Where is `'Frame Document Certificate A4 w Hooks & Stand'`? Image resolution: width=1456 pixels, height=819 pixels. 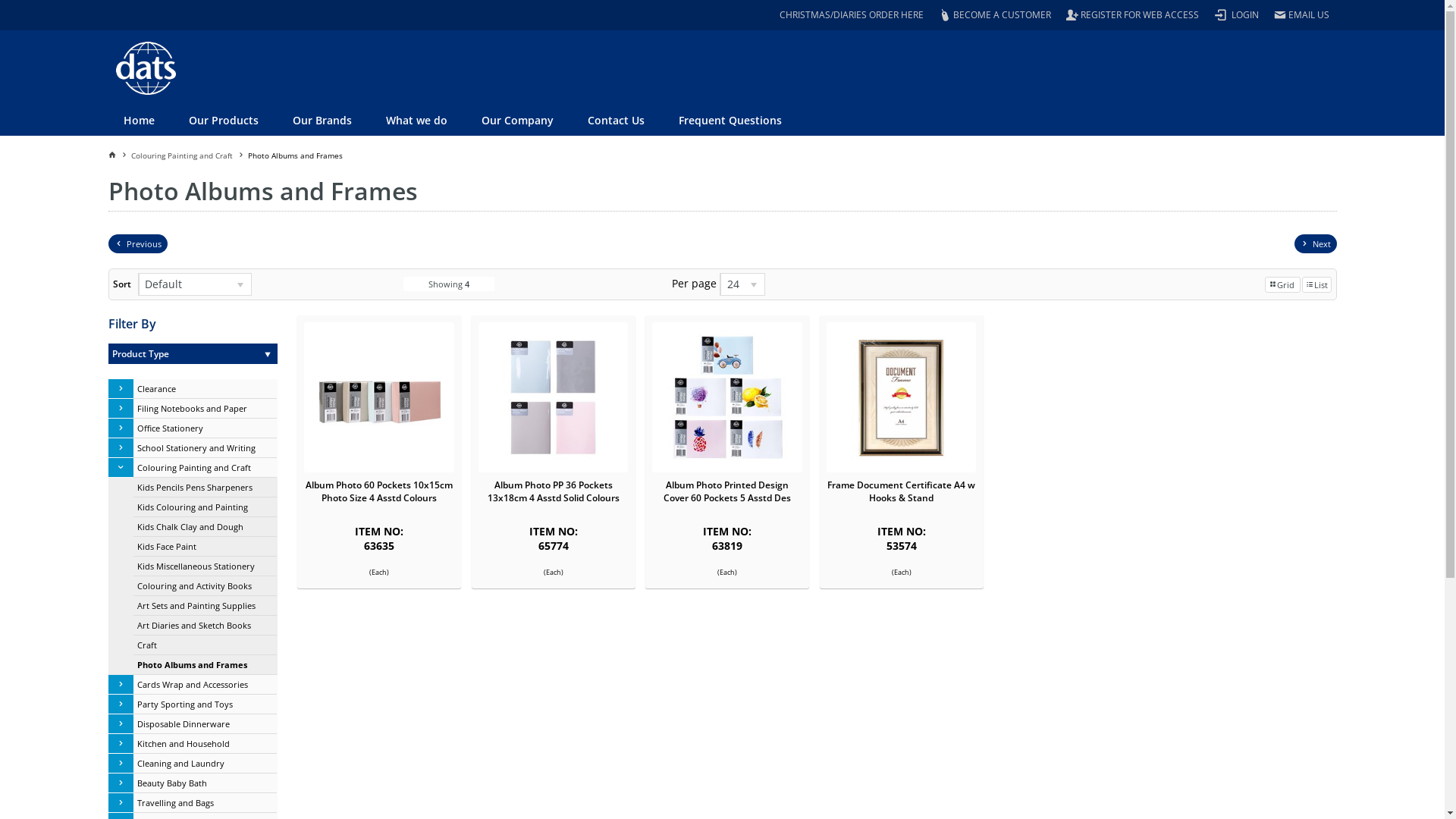 'Frame Document Certificate A4 w Hooks & Stand' is located at coordinates (901, 396).